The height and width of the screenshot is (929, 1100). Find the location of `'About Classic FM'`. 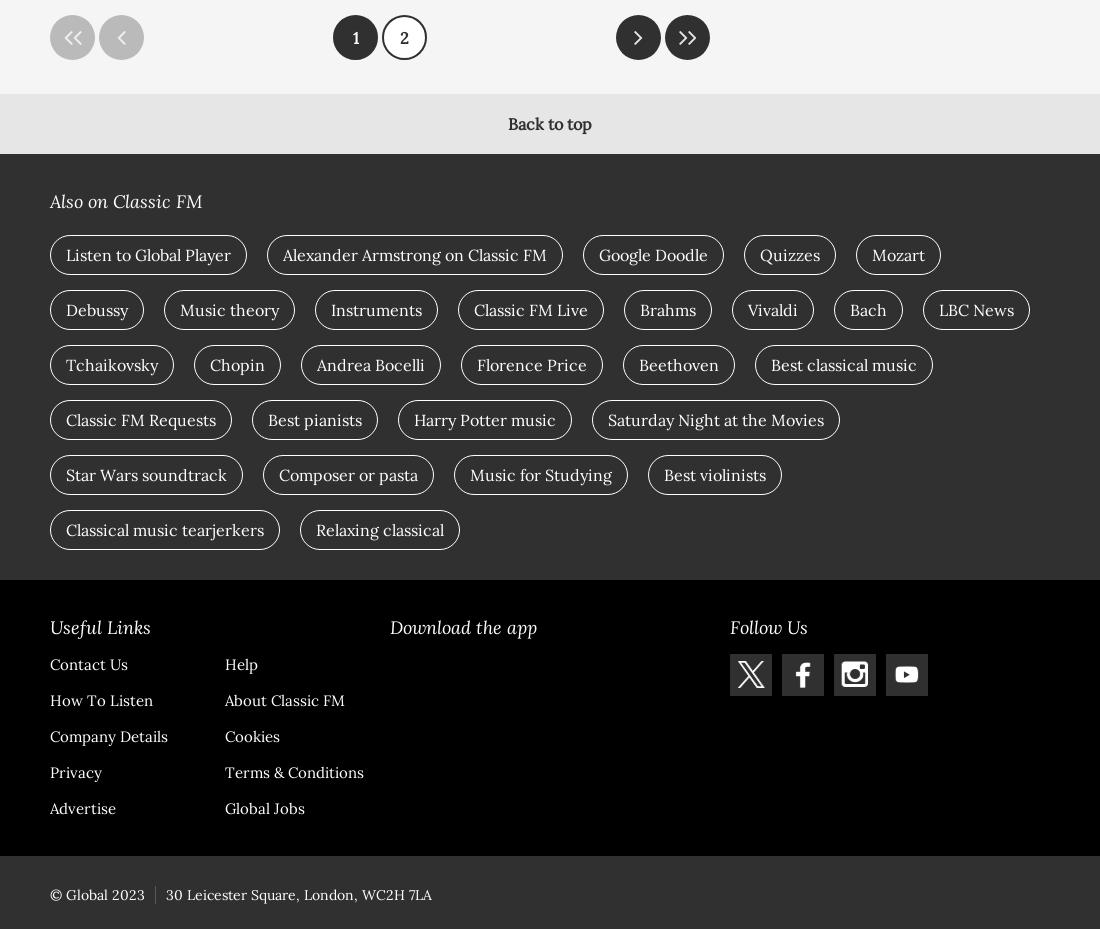

'About Classic FM' is located at coordinates (284, 699).